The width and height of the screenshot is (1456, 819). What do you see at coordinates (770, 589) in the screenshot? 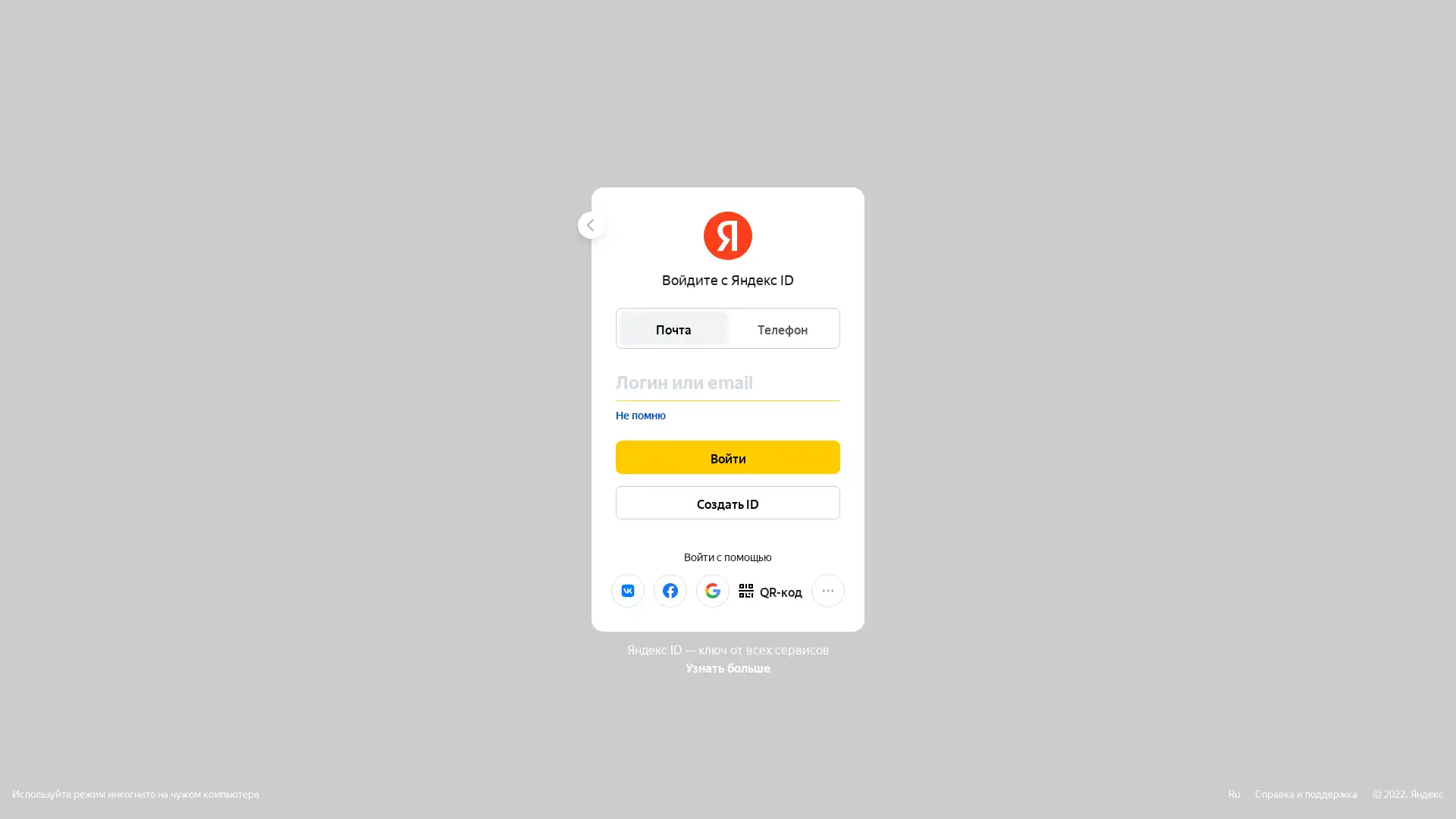
I see `QR-` at bounding box center [770, 589].